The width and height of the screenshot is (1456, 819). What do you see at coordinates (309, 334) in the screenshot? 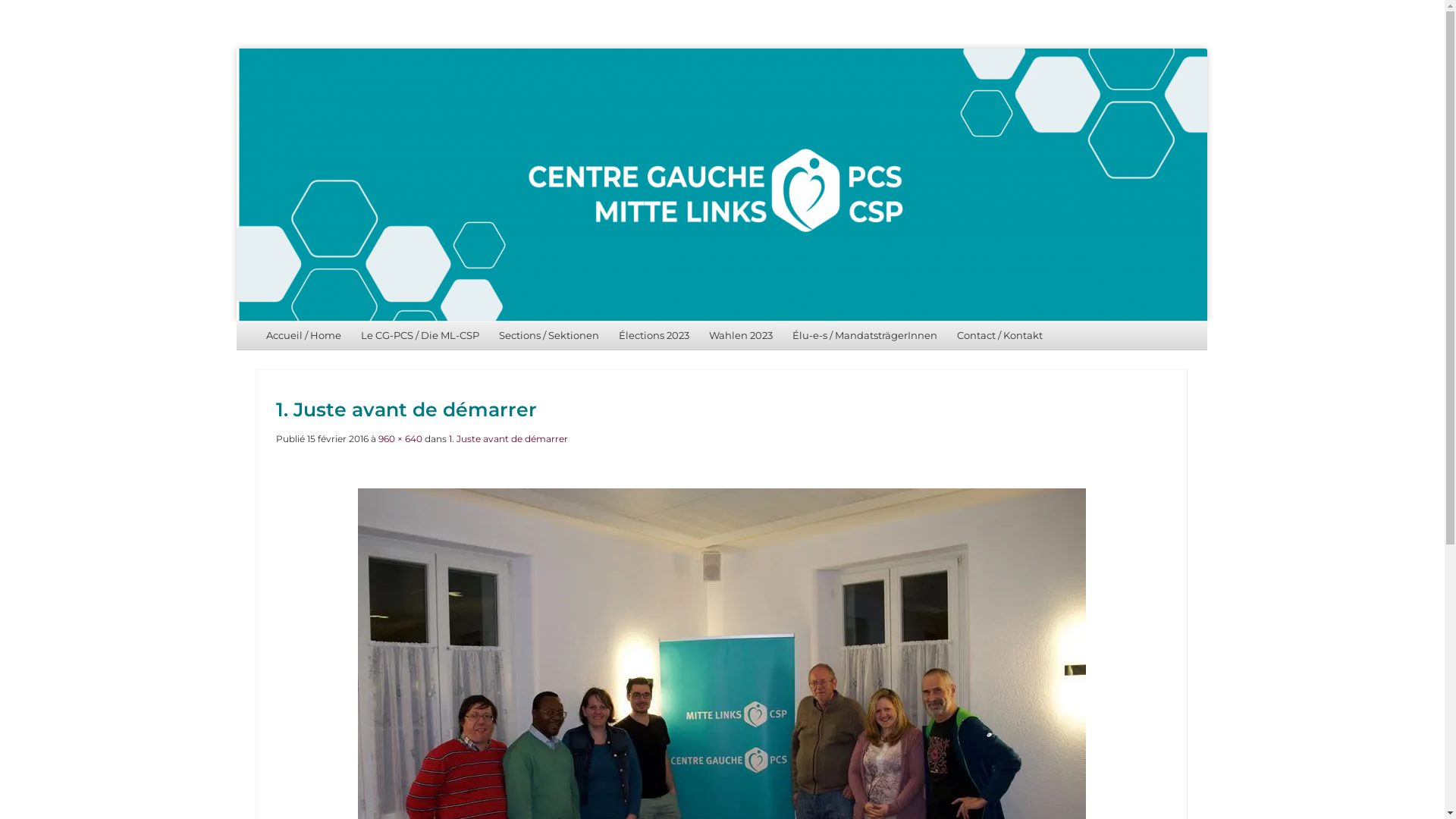
I see `'Aller au contenu principal'` at bounding box center [309, 334].